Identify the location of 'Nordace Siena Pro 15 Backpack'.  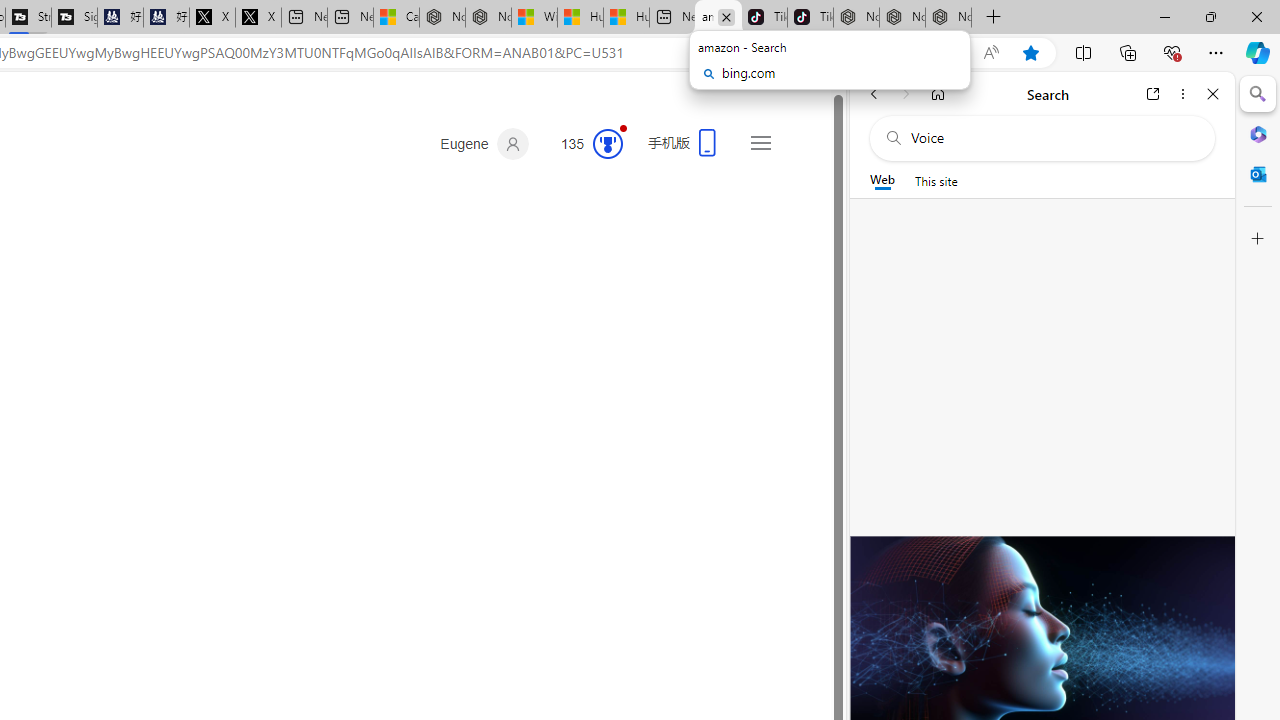
(901, 17).